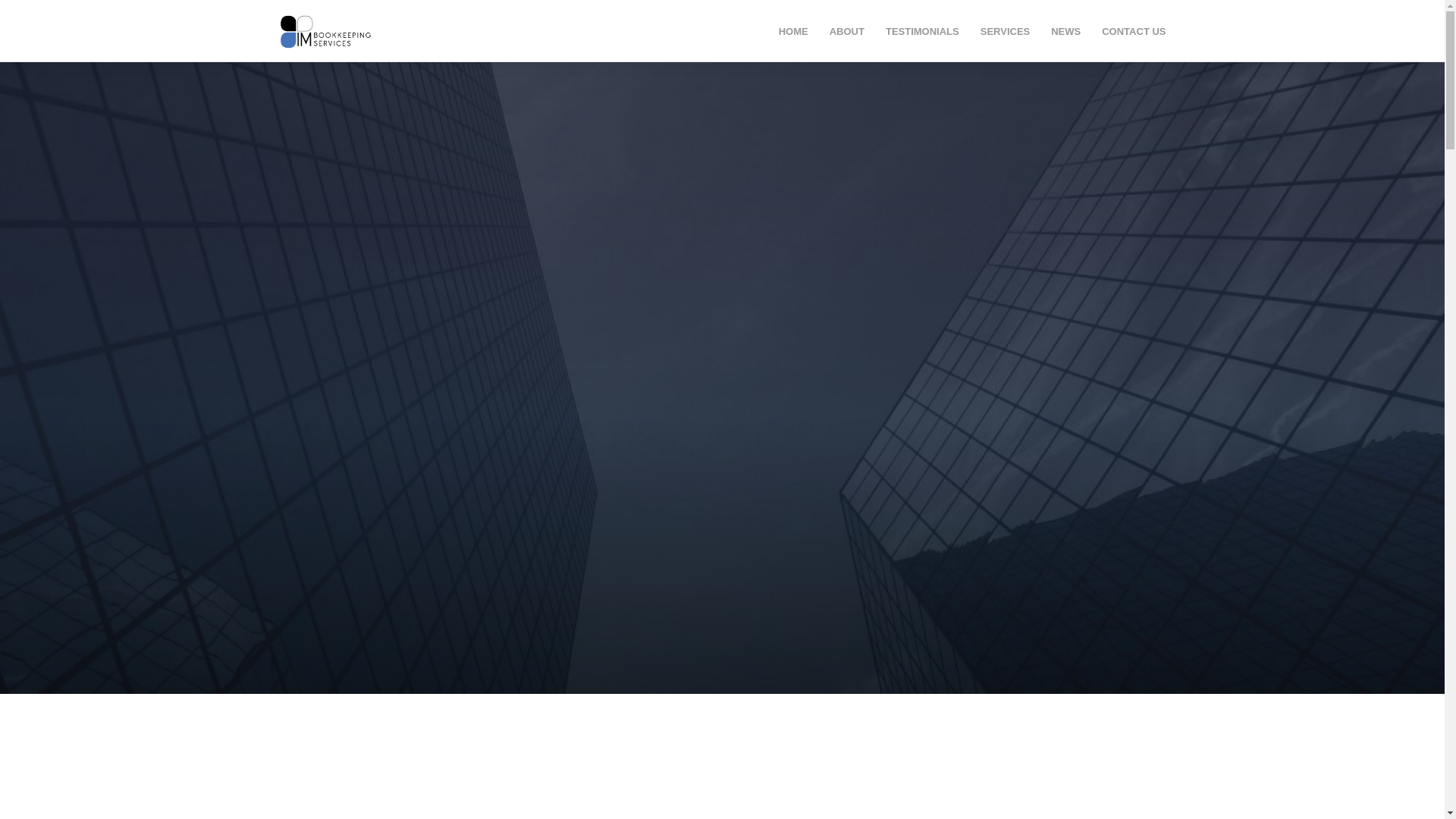  What do you see at coordinates (1065, 31) in the screenshot?
I see `'NEWS'` at bounding box center [1065, 31].